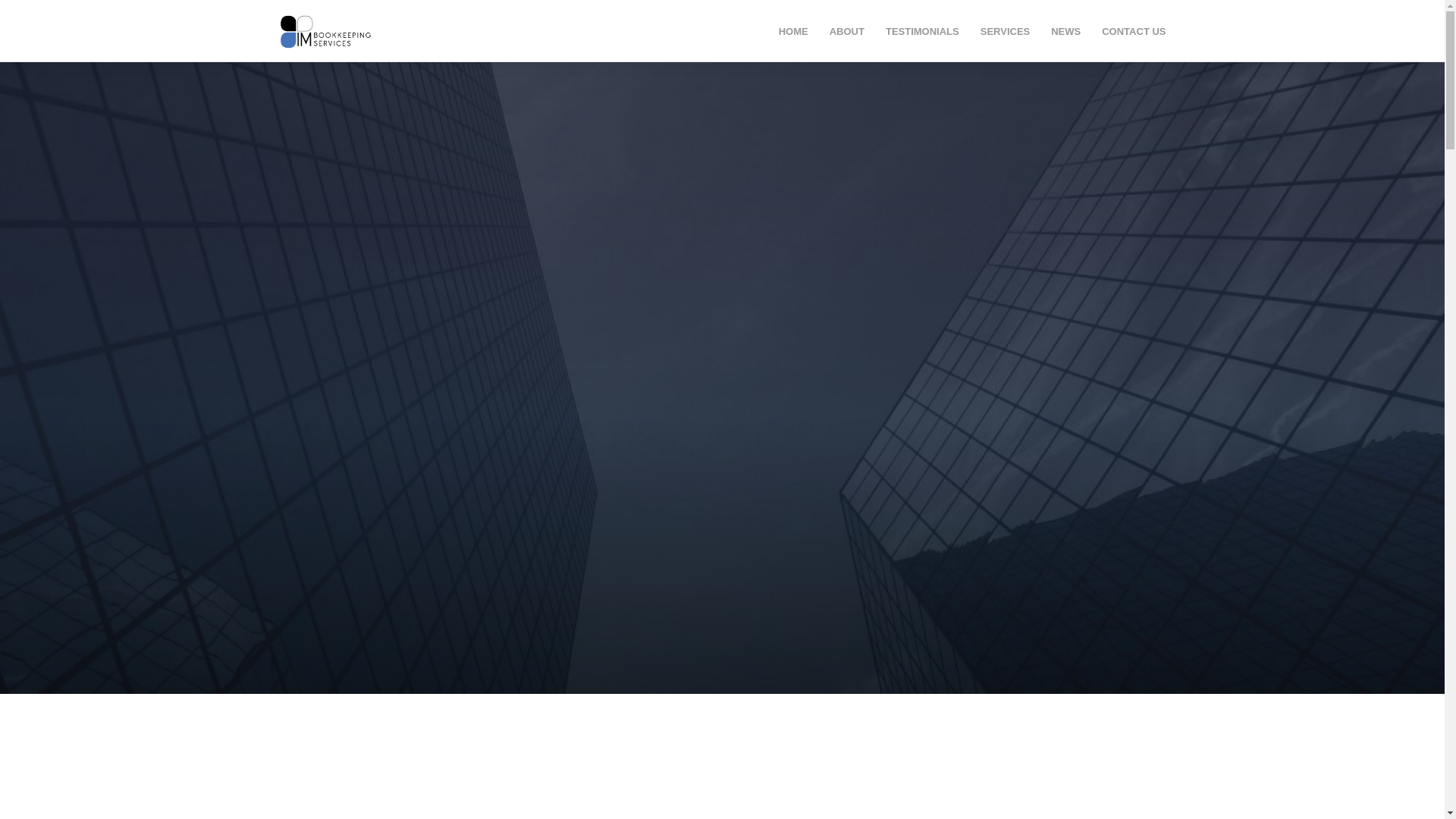  What do you see at coordinates (1065, 31) in the screenshot?
I see `'NEWS'` at bounding box center [1065, 31].